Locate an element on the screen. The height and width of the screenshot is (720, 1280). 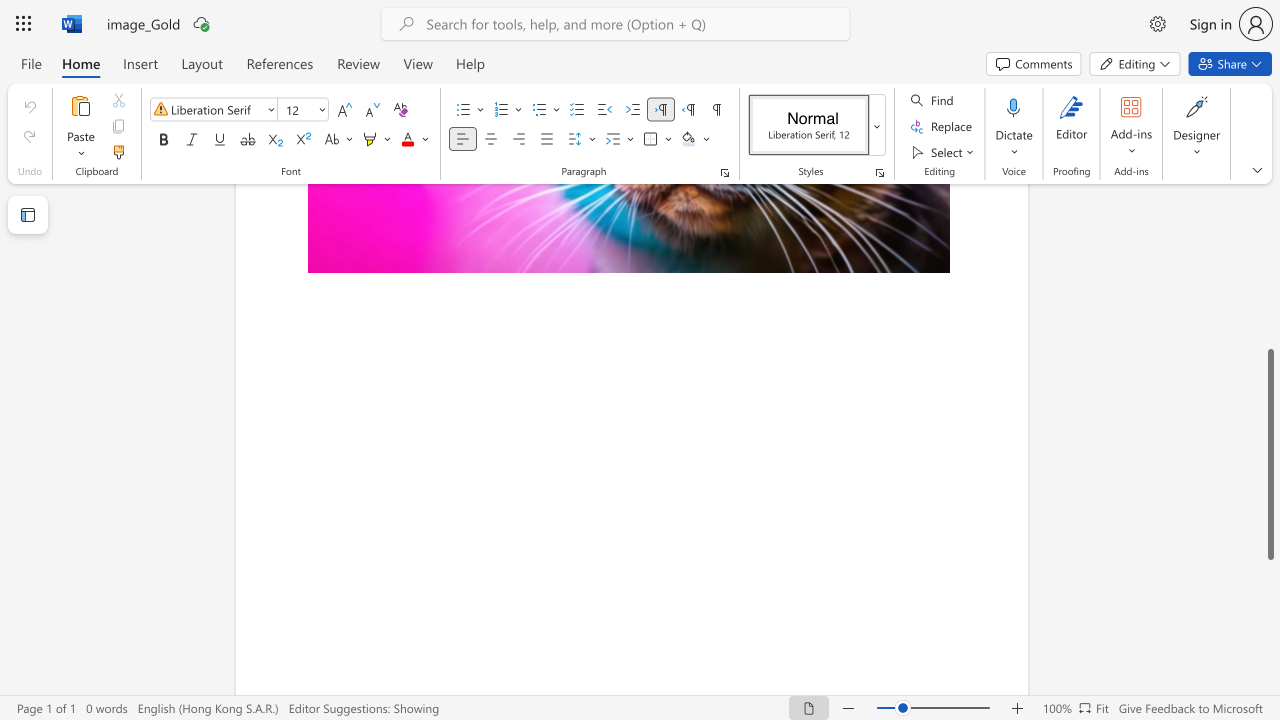
the right-hand scrollbar to ascend the page is located at coordinates (1269, 280).